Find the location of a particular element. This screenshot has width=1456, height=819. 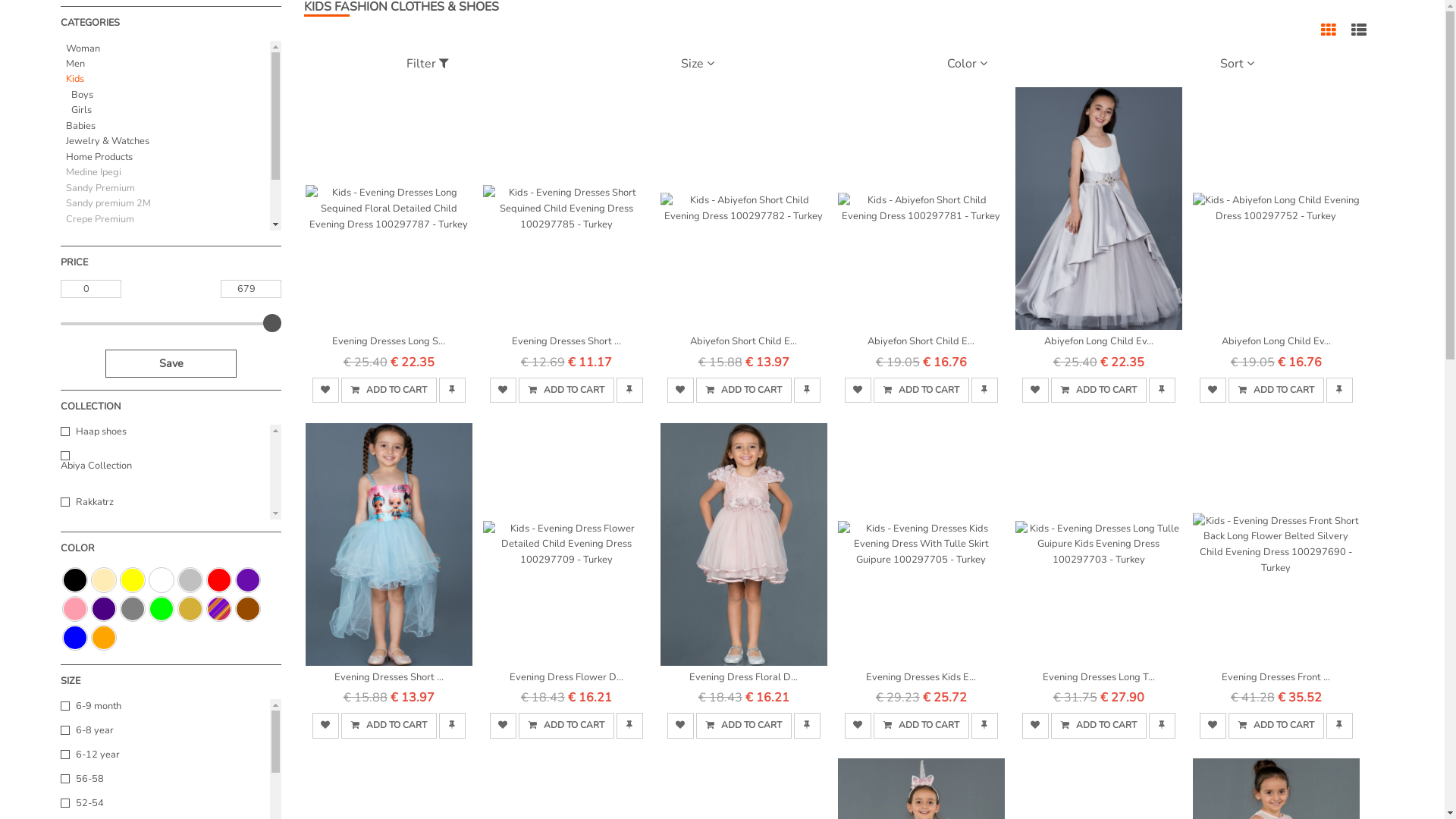

'favorite' is located at coordinates (503, 389).